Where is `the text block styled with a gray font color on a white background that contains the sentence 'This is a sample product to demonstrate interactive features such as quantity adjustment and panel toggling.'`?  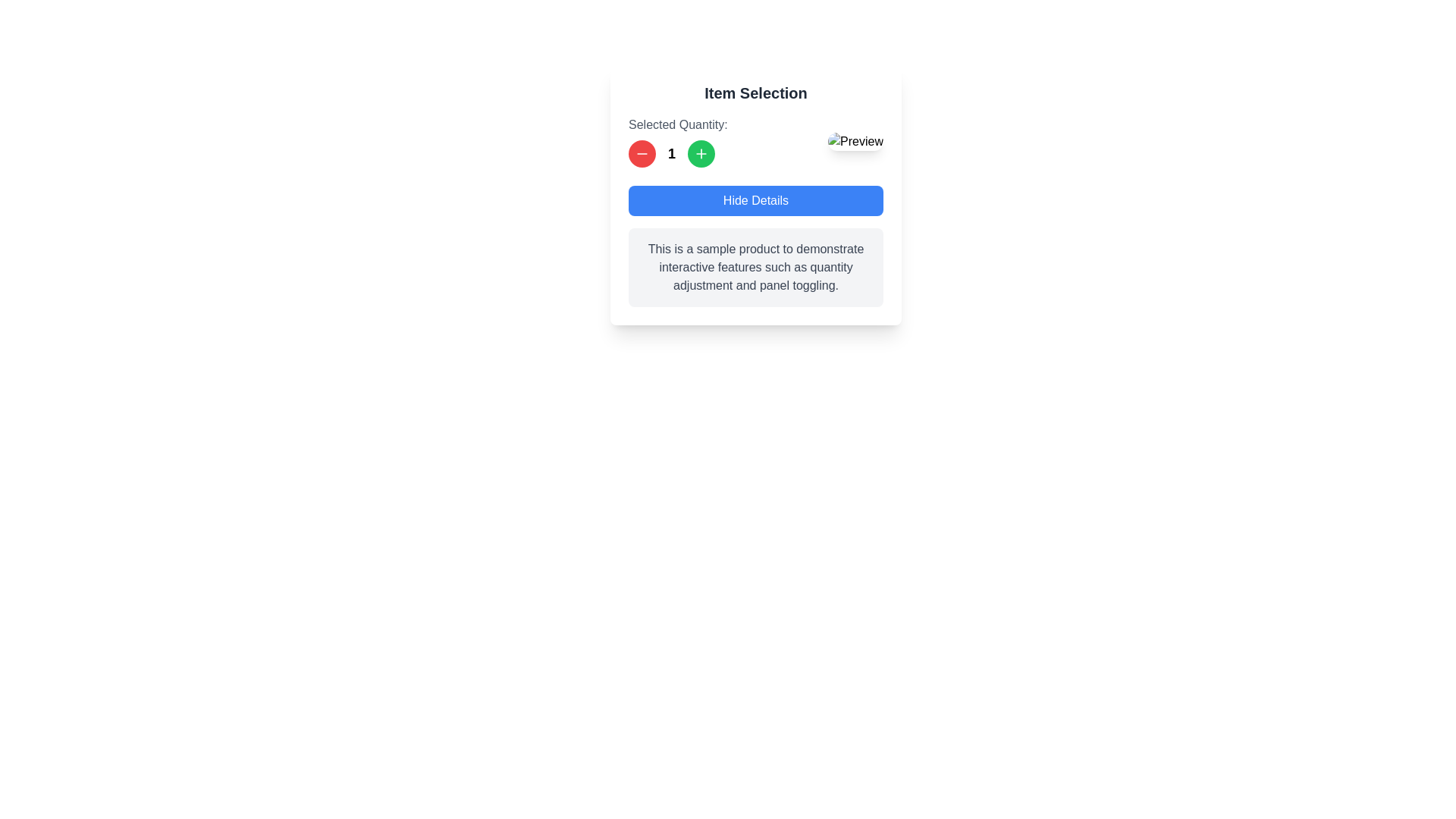
the text block styled with a gray font color on a white background that contains the sentence 'This is a sample product to demonstrate interactive features such as quantity adjustment and panel toggling.' is located at coordinates (756, 267).